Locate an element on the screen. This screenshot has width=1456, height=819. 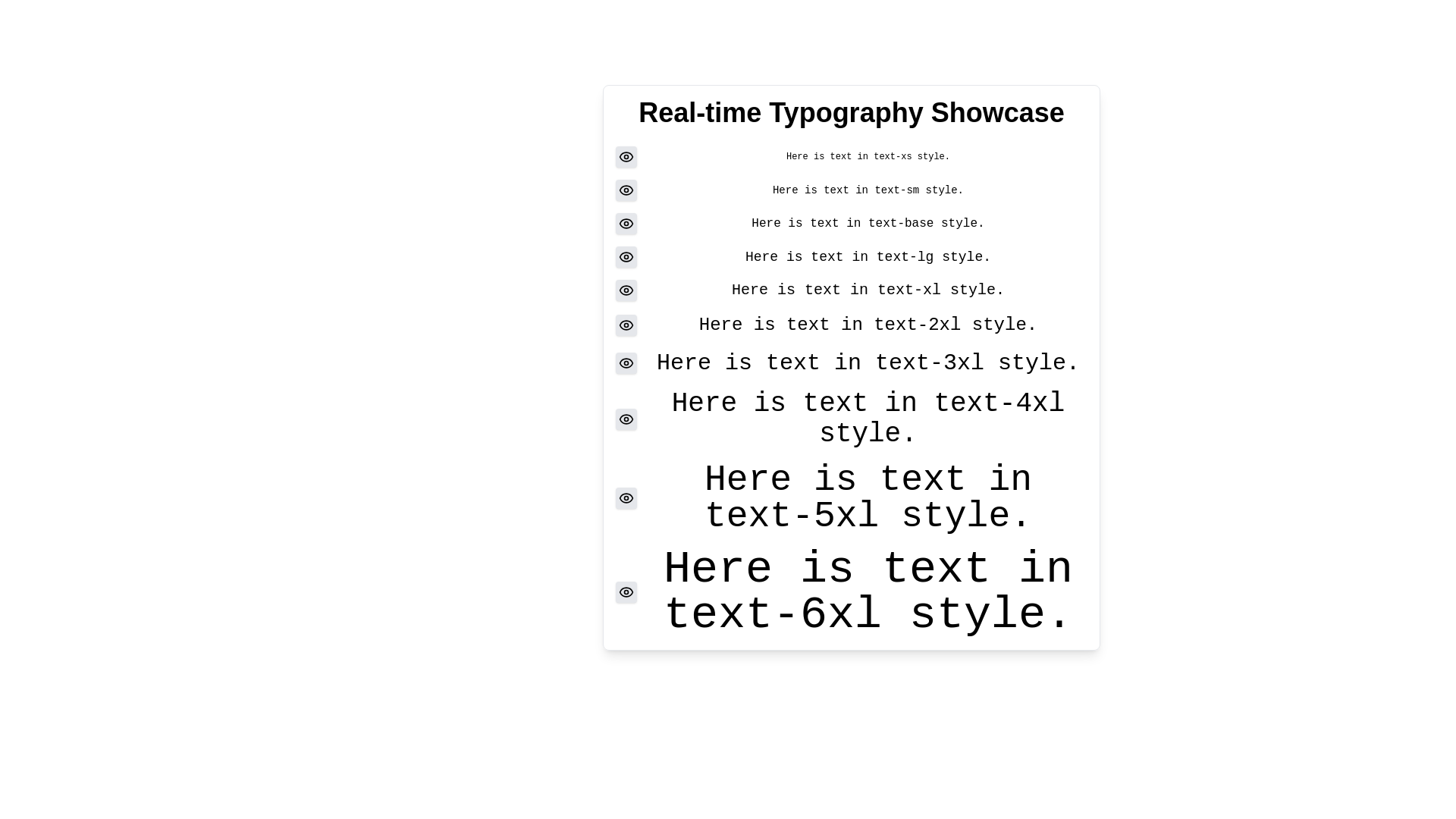
the small, square button with rounded corners and a black eye icon is located at coordinates (626, 189).